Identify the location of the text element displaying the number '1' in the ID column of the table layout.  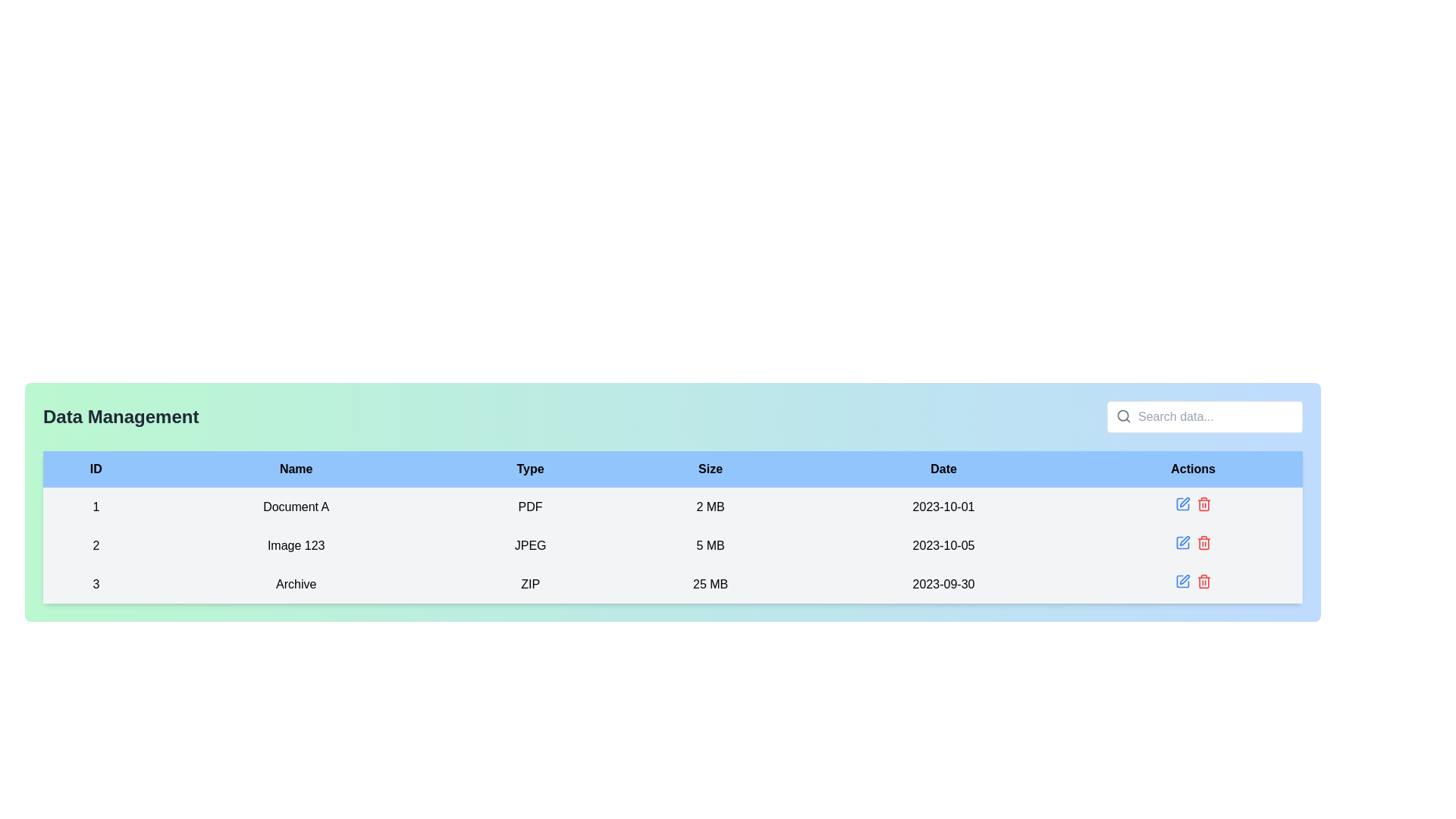
(95, 507).